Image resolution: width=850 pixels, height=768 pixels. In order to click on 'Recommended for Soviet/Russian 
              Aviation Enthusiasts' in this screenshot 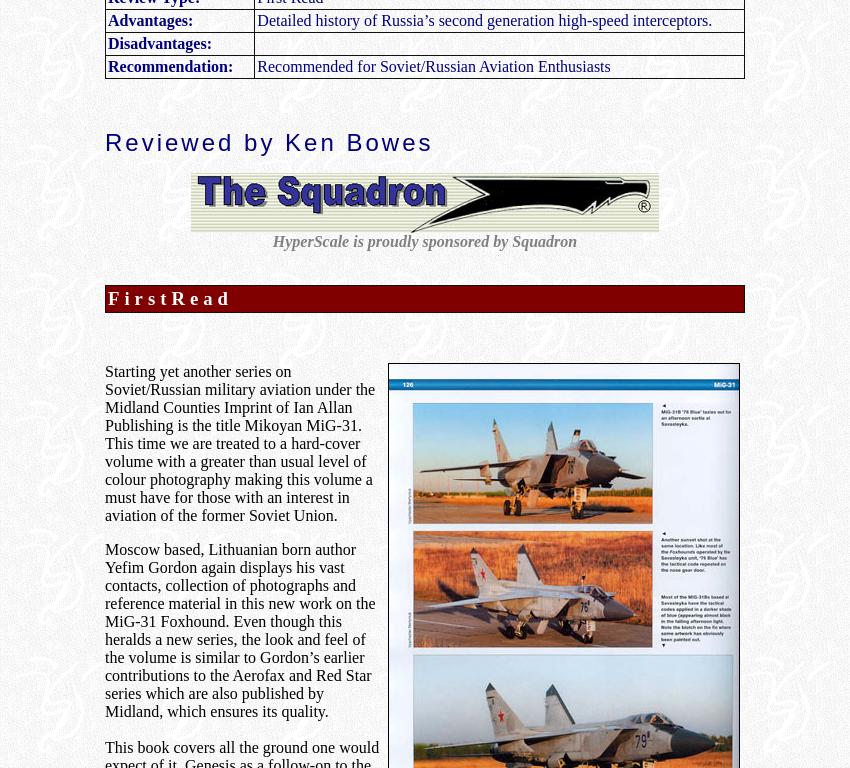, I will do `click(432, 65)`.